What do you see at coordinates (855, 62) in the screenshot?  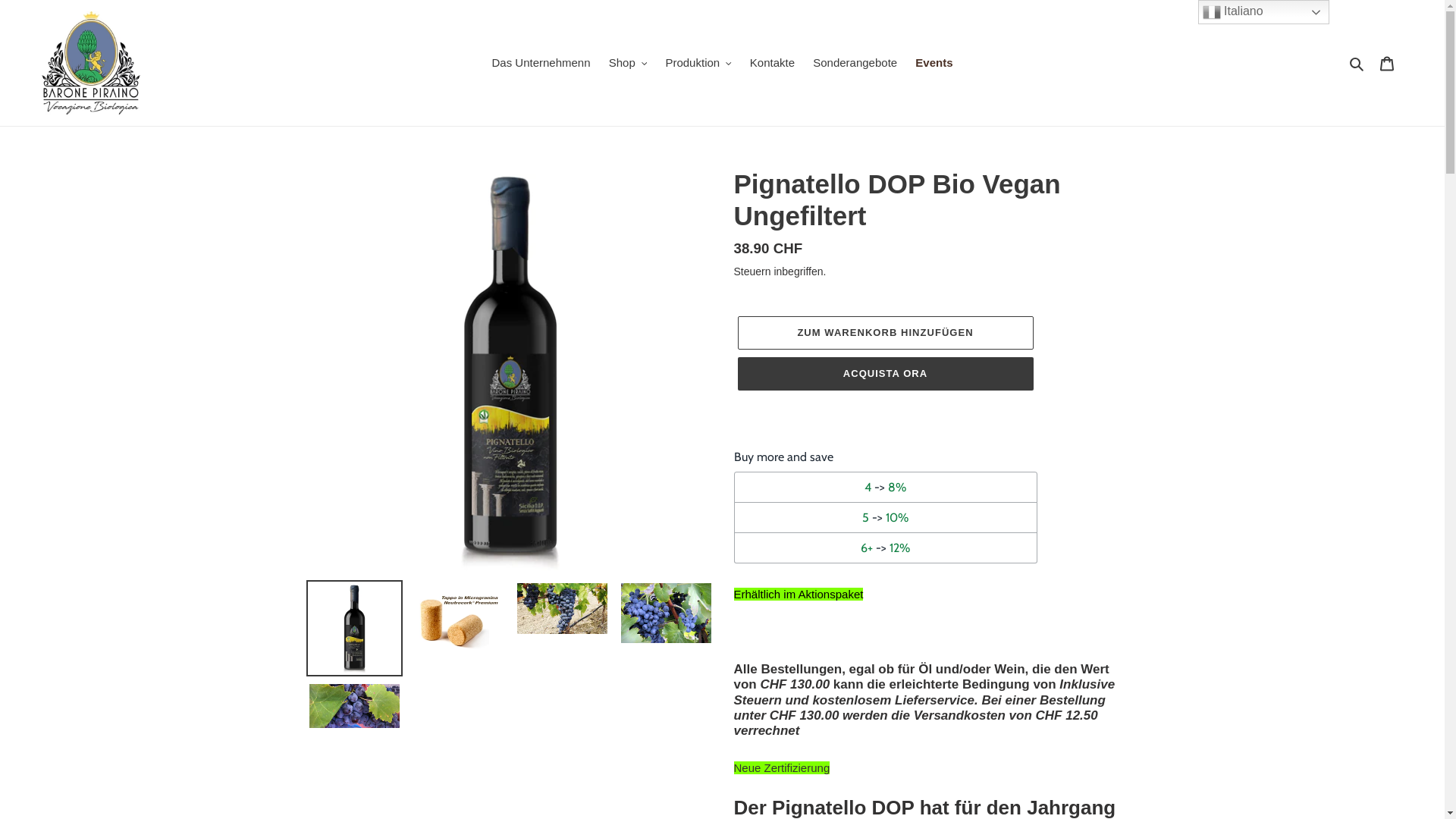 I see `'Sonderangebote'` at bounding box center [855, 62].